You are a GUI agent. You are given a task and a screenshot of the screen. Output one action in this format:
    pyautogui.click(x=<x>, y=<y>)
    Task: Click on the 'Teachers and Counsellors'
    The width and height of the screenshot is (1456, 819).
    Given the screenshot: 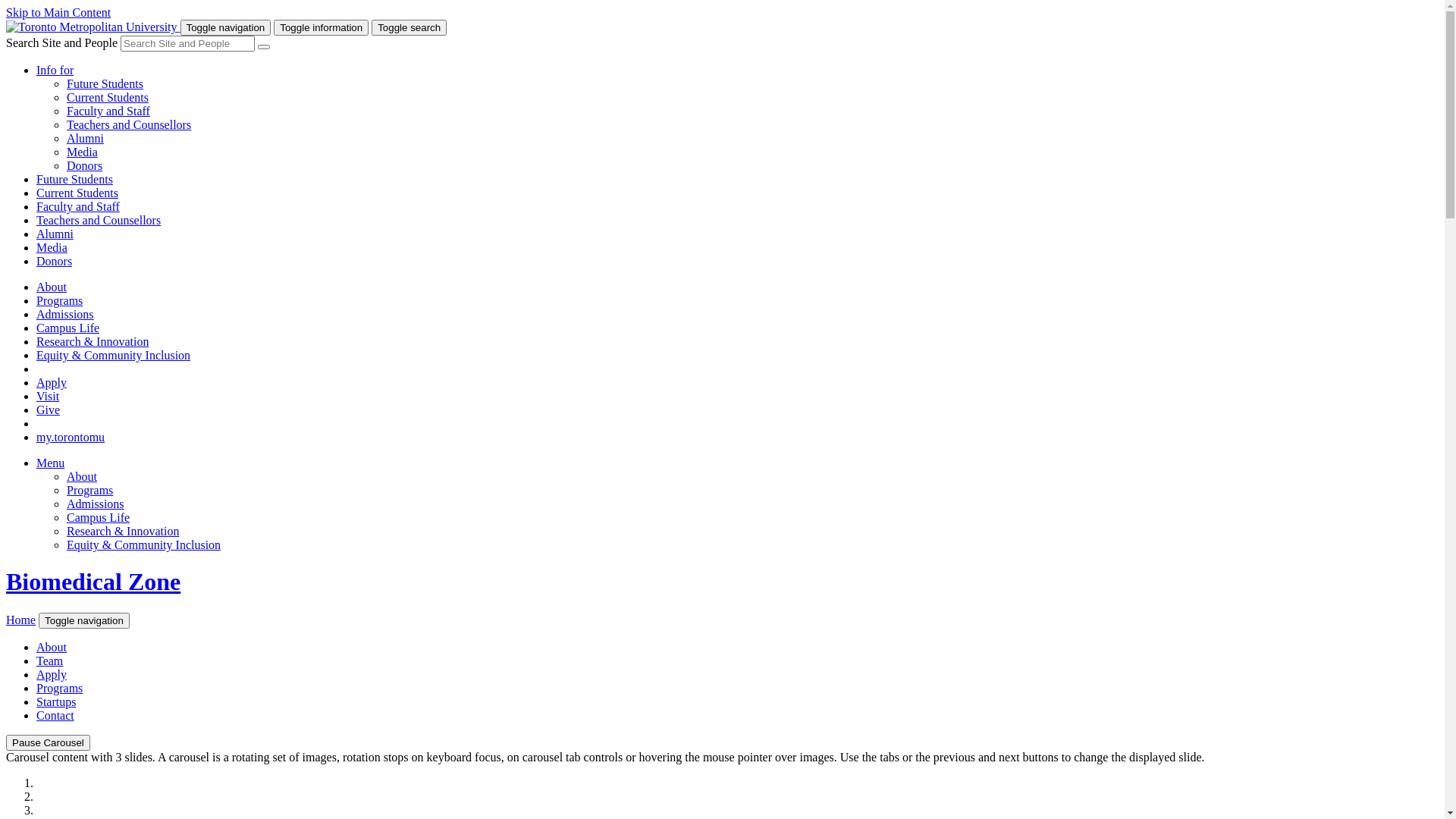 What is the action you would take?
    pyautogui.click(x=128, y=124)
    